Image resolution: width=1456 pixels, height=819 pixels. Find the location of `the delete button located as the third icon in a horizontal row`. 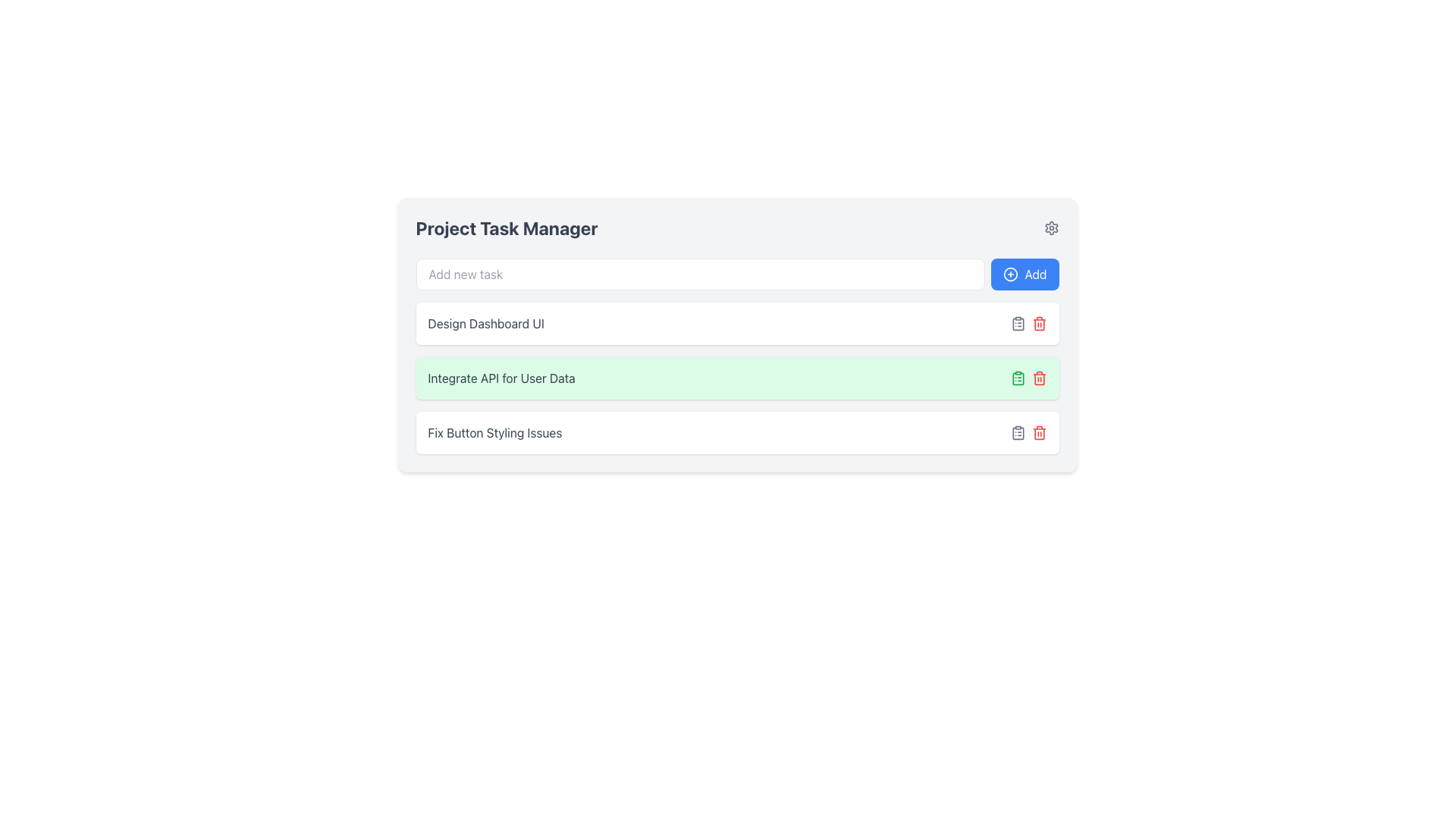

the delete button located as the third icon in a horizontal row is located at coordinates (1038, 432).